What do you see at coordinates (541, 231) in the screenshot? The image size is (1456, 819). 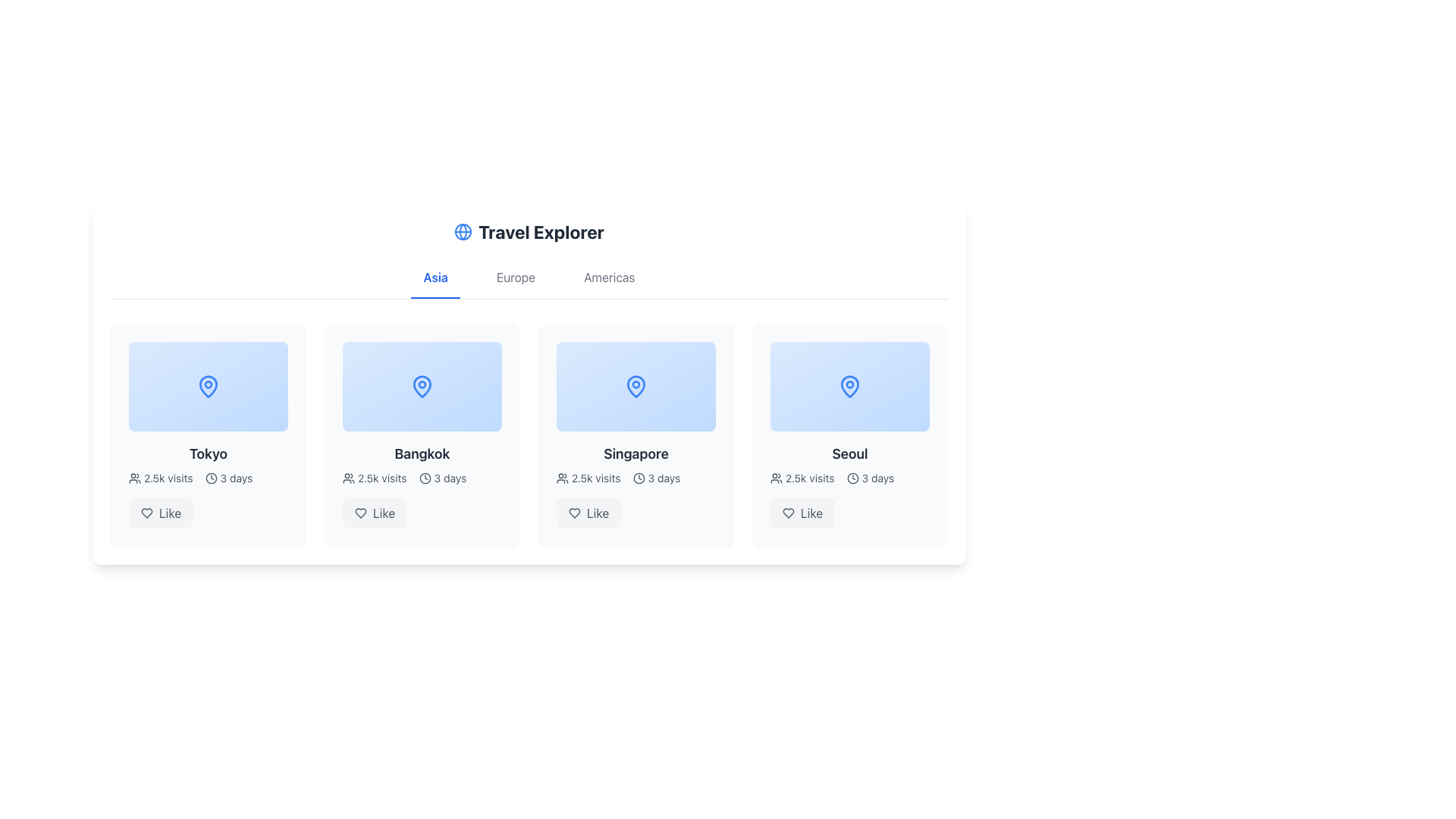 I see `the bold text label that reads 'Travel Explorer', which is styled with a large font size and dark gray color, located at the top of the interface above the navigation menu` at bounding box center [541, 231].